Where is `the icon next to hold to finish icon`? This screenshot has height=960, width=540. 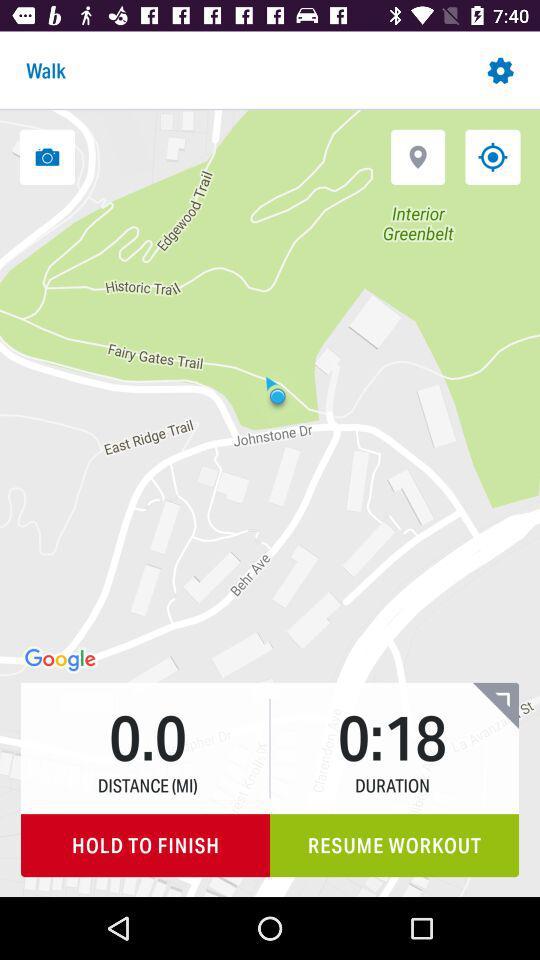 the icon next to hold to finish icon is located at coordinates (394, 844).